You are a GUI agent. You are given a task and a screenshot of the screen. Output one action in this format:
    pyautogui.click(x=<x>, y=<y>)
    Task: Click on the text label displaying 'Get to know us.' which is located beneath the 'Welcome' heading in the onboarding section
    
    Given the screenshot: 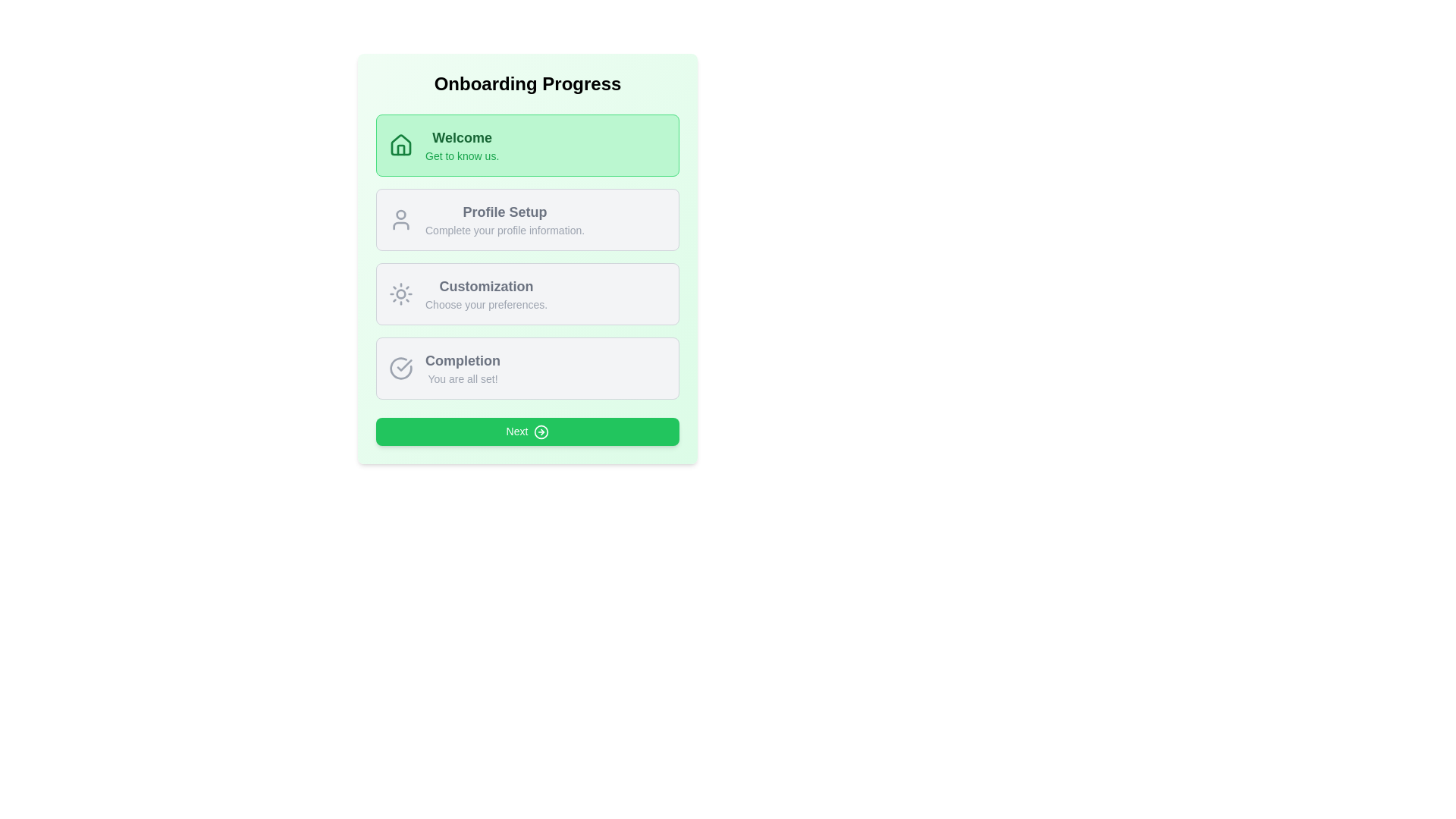 What is the action you would take?
    pyautogui.click(x=461, y=155)
    